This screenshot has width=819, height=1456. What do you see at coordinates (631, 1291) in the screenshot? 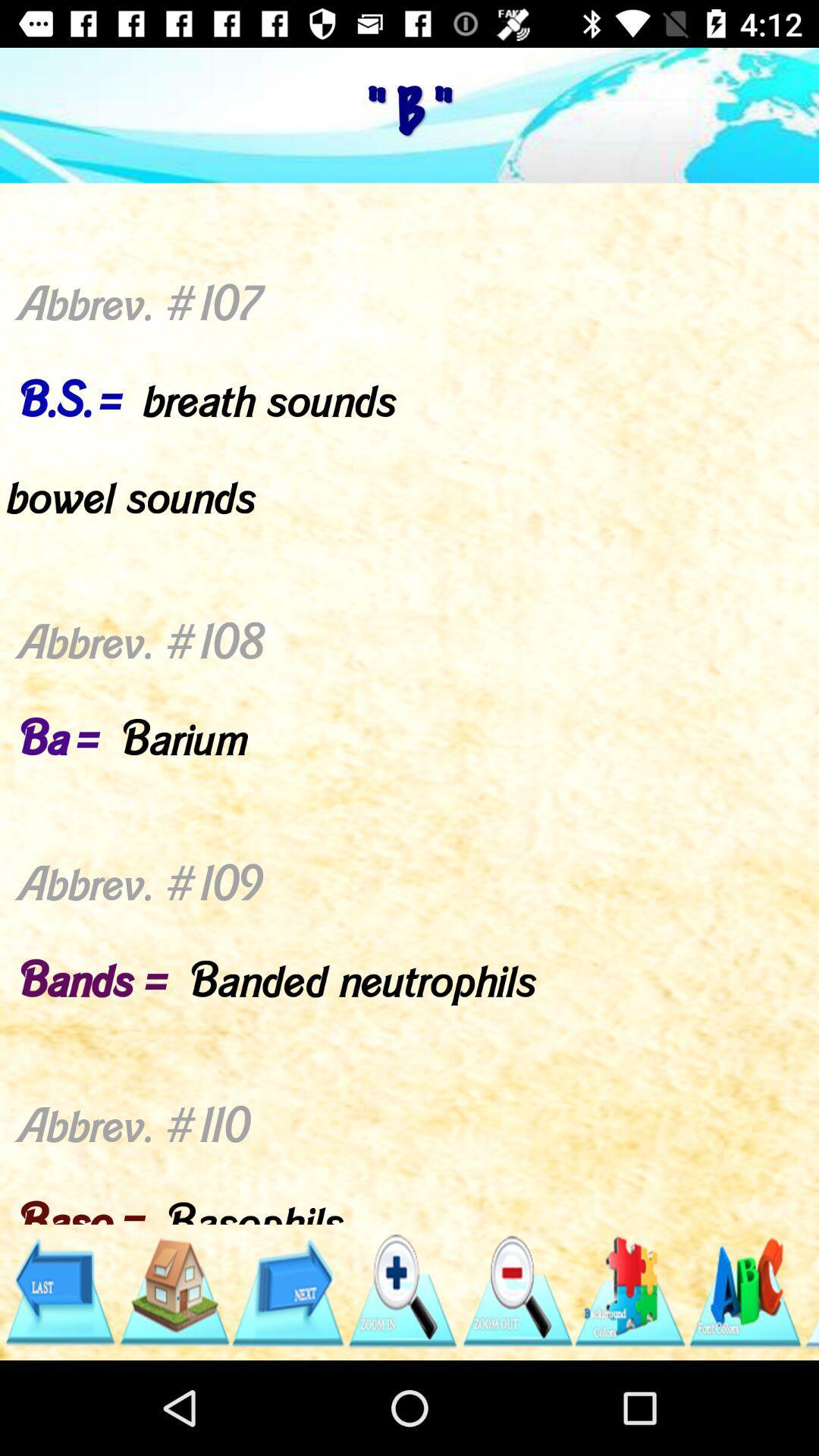
I see `abbreviation` at bounding box center [631, 1291].